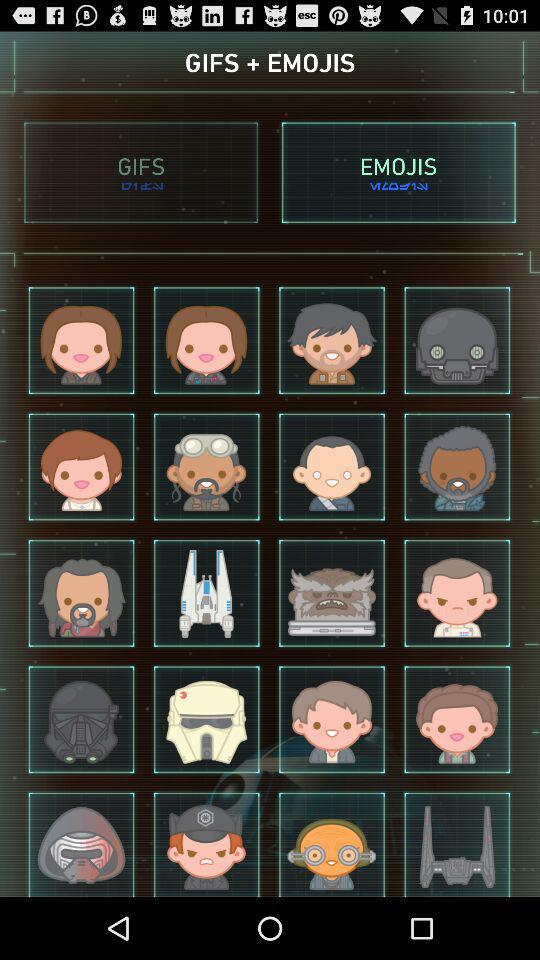 This screenshot has height=960, width=540. I want to click on the last image at the right corner in the bottom, so click(457, 842).